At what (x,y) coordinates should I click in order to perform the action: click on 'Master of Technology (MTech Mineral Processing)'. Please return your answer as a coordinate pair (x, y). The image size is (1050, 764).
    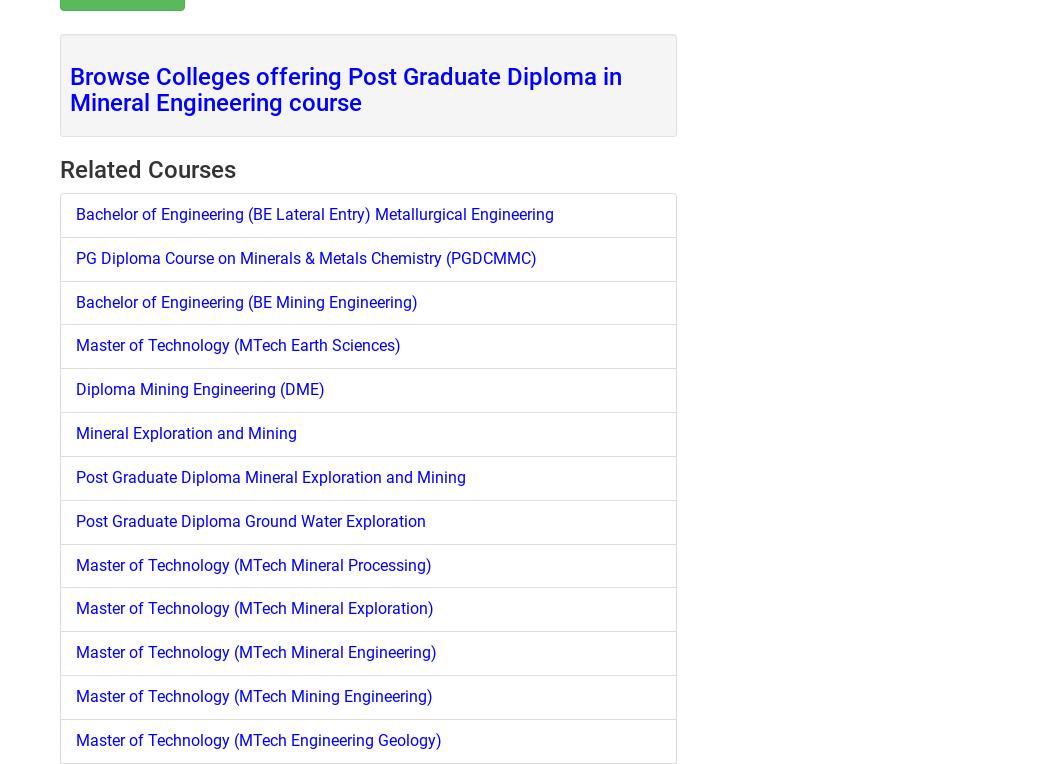
    Looking at the image, I should click on (253, 564).